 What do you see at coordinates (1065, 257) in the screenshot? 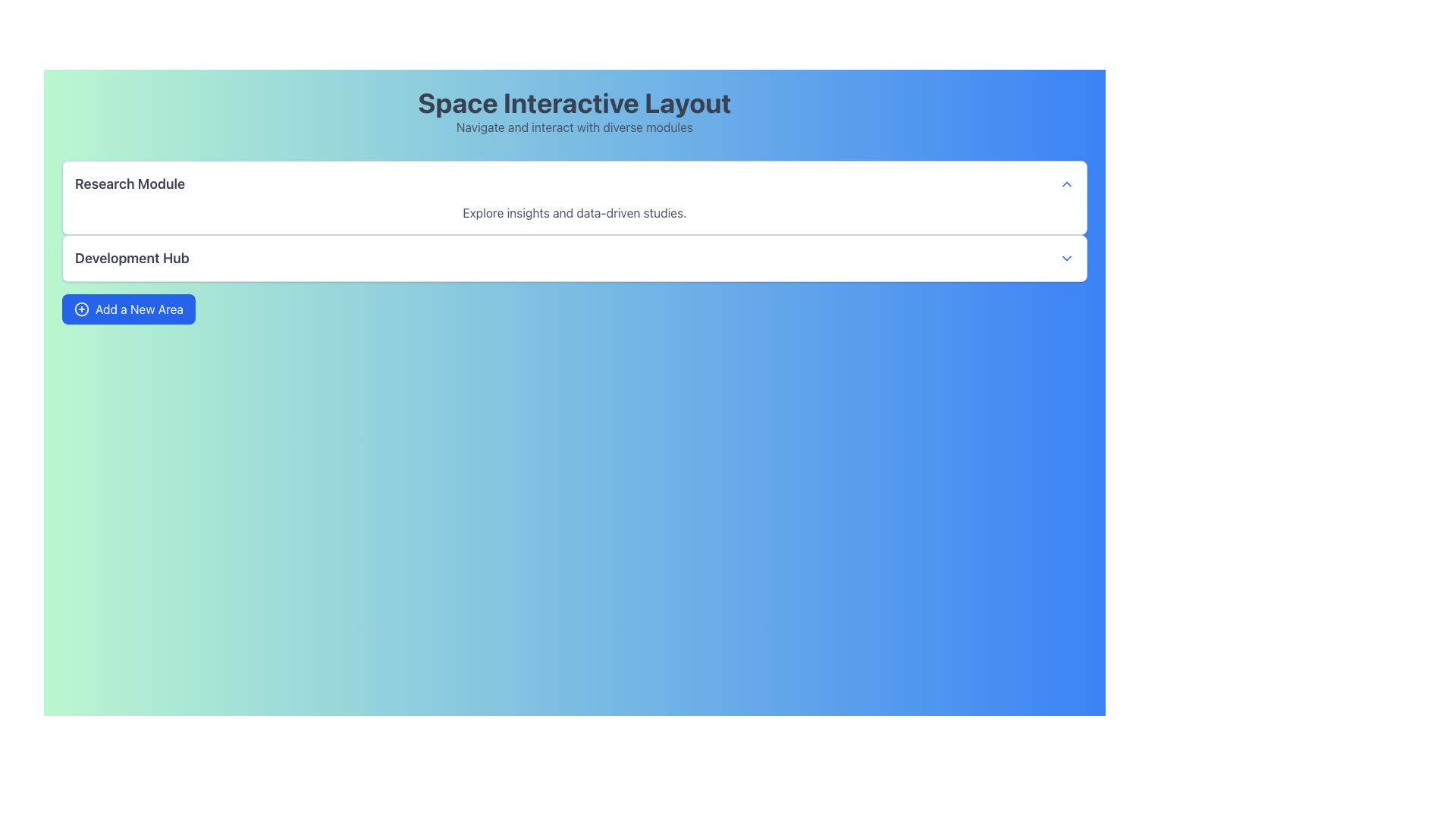
I see `the Chevron icon button located at the far-right of the 'Development Hub' header section` at bounding box center [1065, 257].